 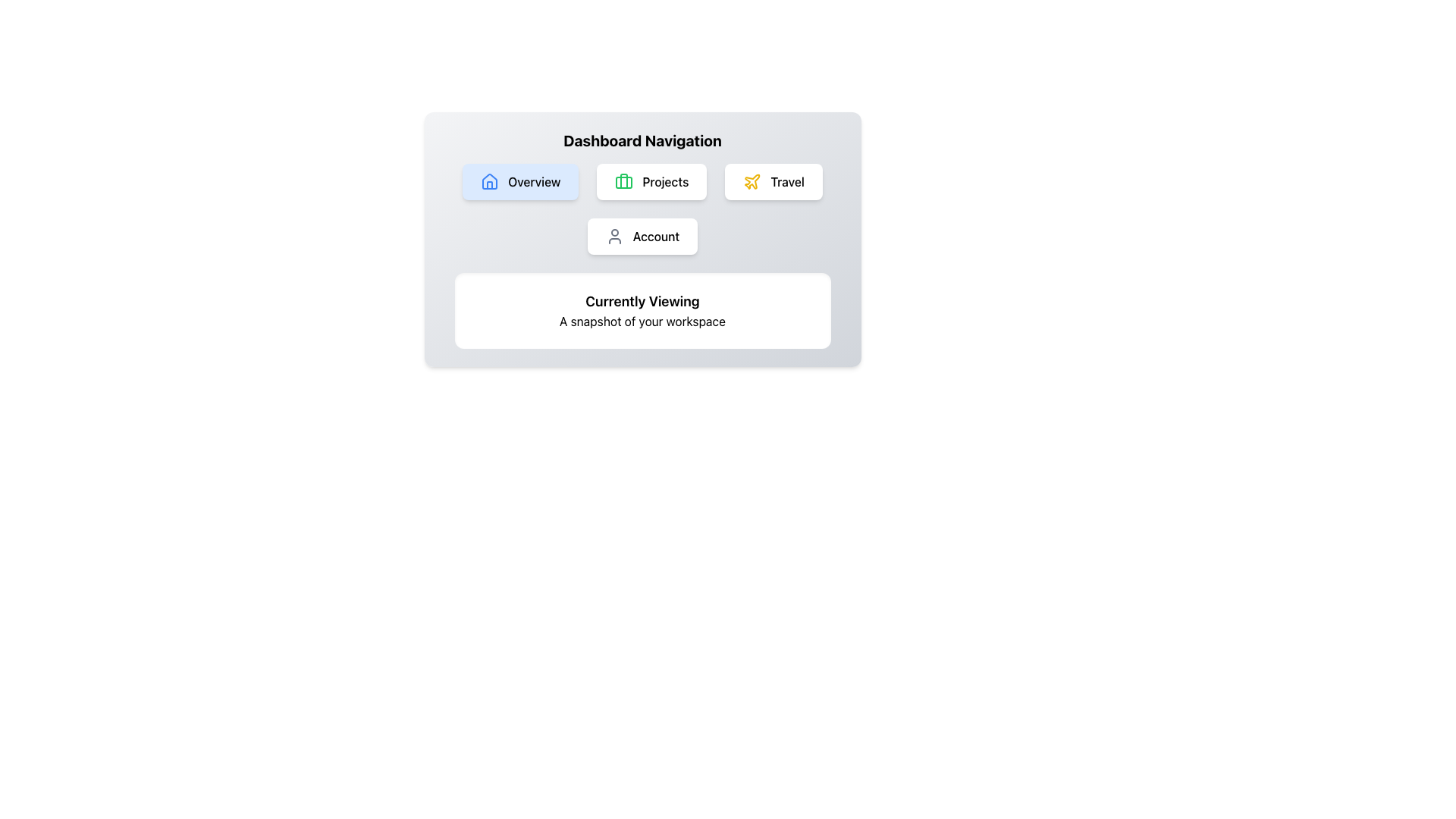 I want to click on the 'Account' button icon located on the left side of the button in the navigation menu, so click(x=614, y=237).